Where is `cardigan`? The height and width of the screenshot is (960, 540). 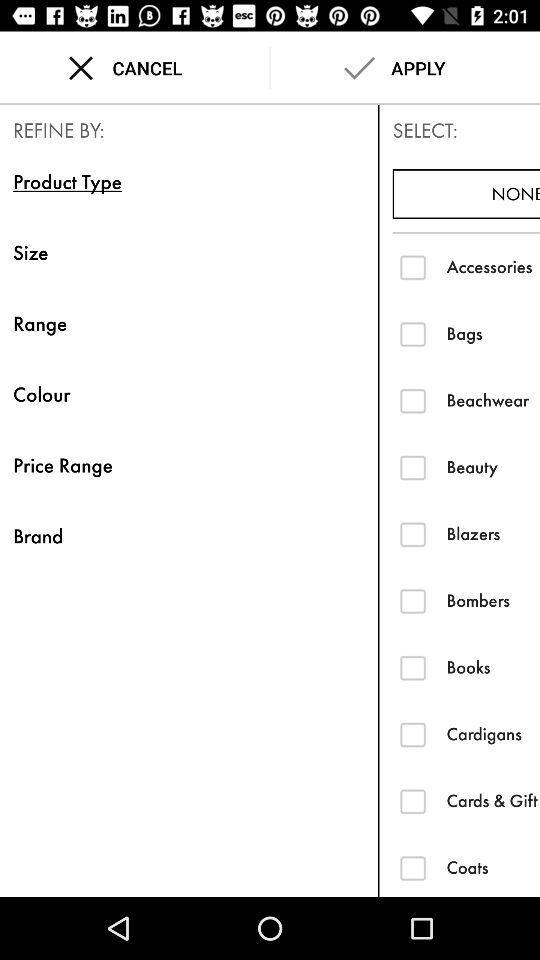 cardigan is located at coordinates (412, 733).